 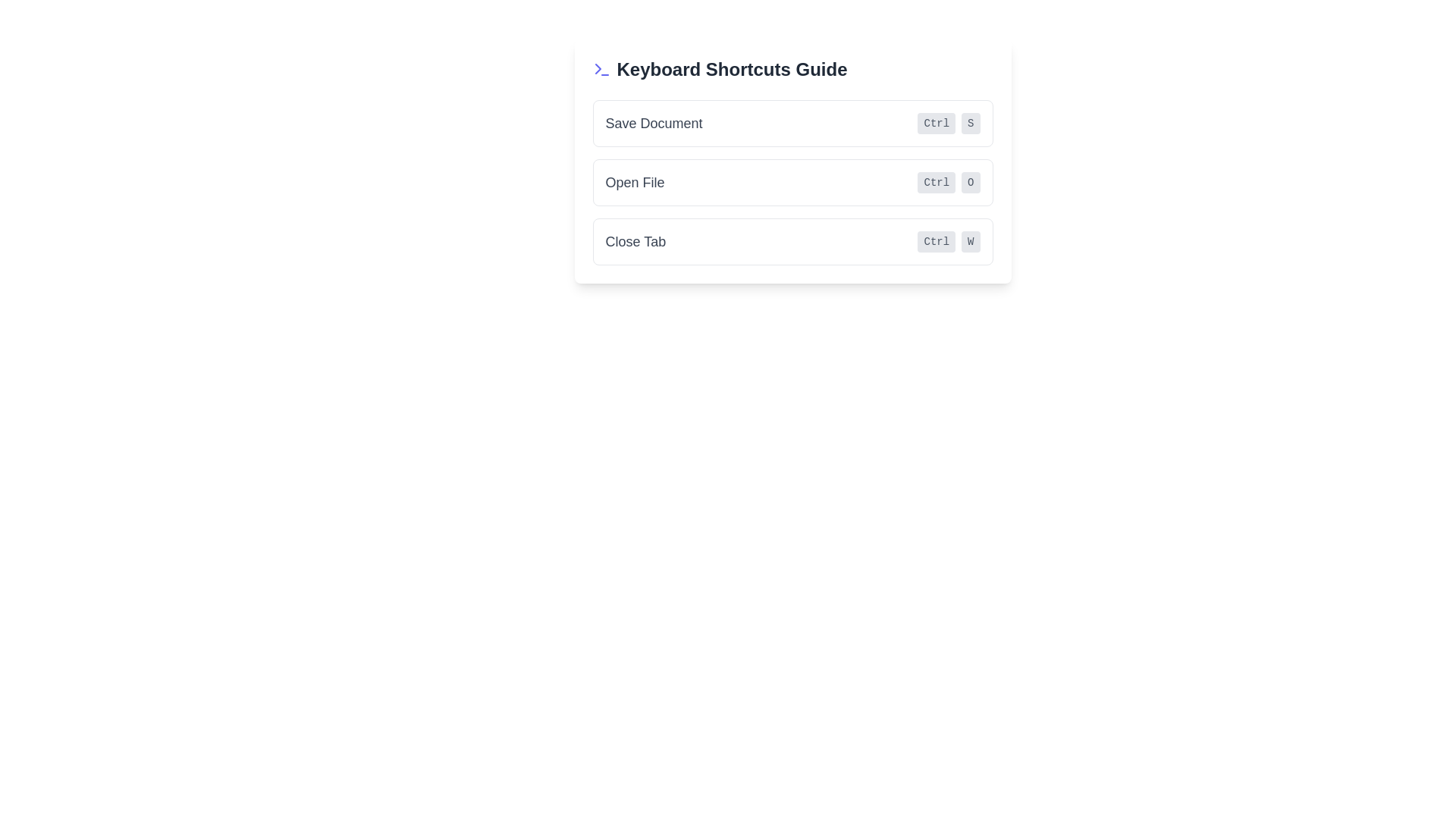 What do you see at coordinates (792, 181) in the screenshot?
I see `the 'Open File' information row that displays the shortcut keys 'Ctrl O' in the Keyboard Shortcuts Guide` at bounding box center [792, 181].